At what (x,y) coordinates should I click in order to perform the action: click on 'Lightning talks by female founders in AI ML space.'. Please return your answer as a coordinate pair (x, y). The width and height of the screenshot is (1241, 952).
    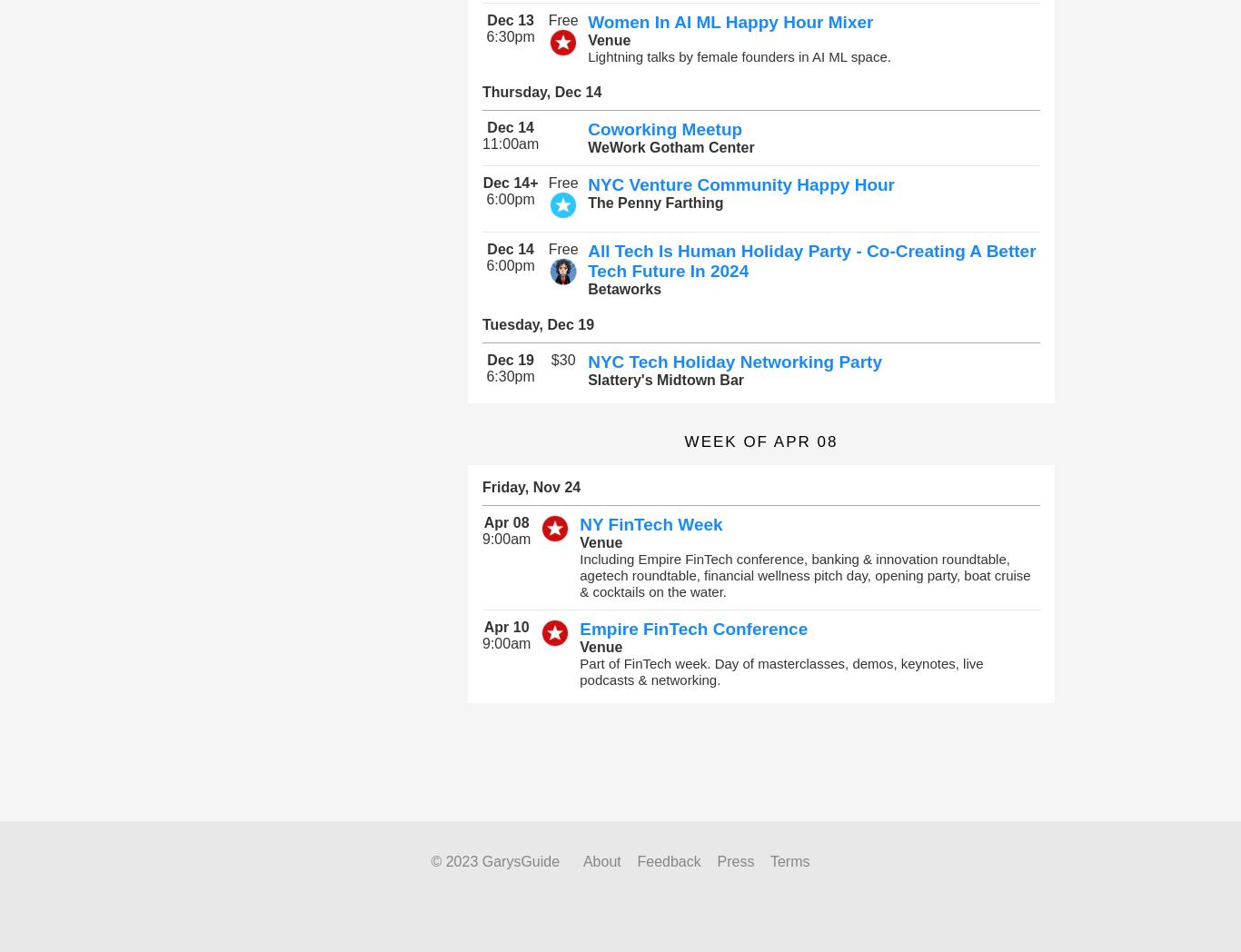
    Looking at the image, I should click on (738, 56).